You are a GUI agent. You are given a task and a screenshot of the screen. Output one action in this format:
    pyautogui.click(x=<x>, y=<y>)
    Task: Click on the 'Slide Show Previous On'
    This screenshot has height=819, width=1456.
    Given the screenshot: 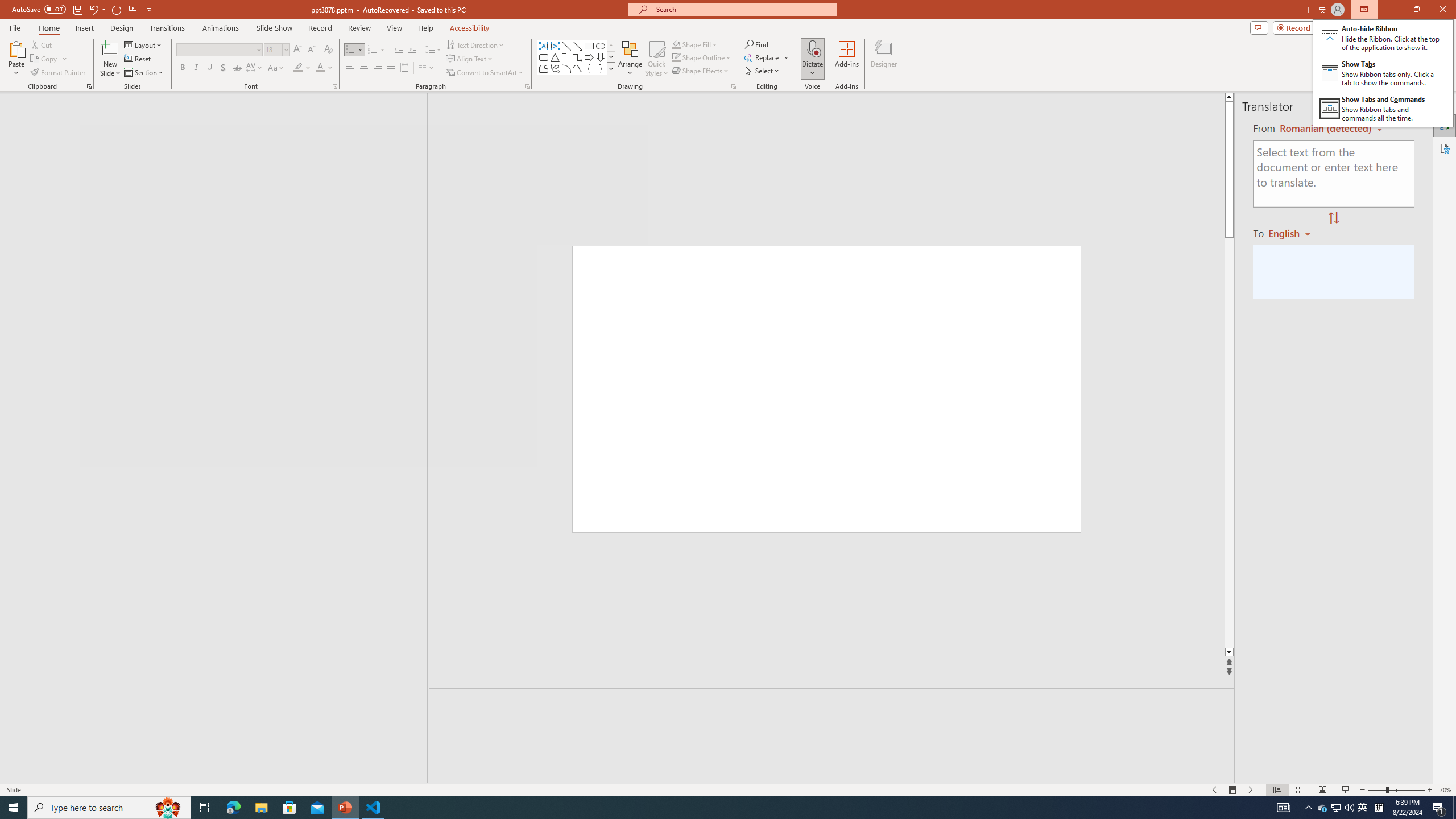 What is the action you would take?
    pyautogui.click(x=1215, y=790)
    